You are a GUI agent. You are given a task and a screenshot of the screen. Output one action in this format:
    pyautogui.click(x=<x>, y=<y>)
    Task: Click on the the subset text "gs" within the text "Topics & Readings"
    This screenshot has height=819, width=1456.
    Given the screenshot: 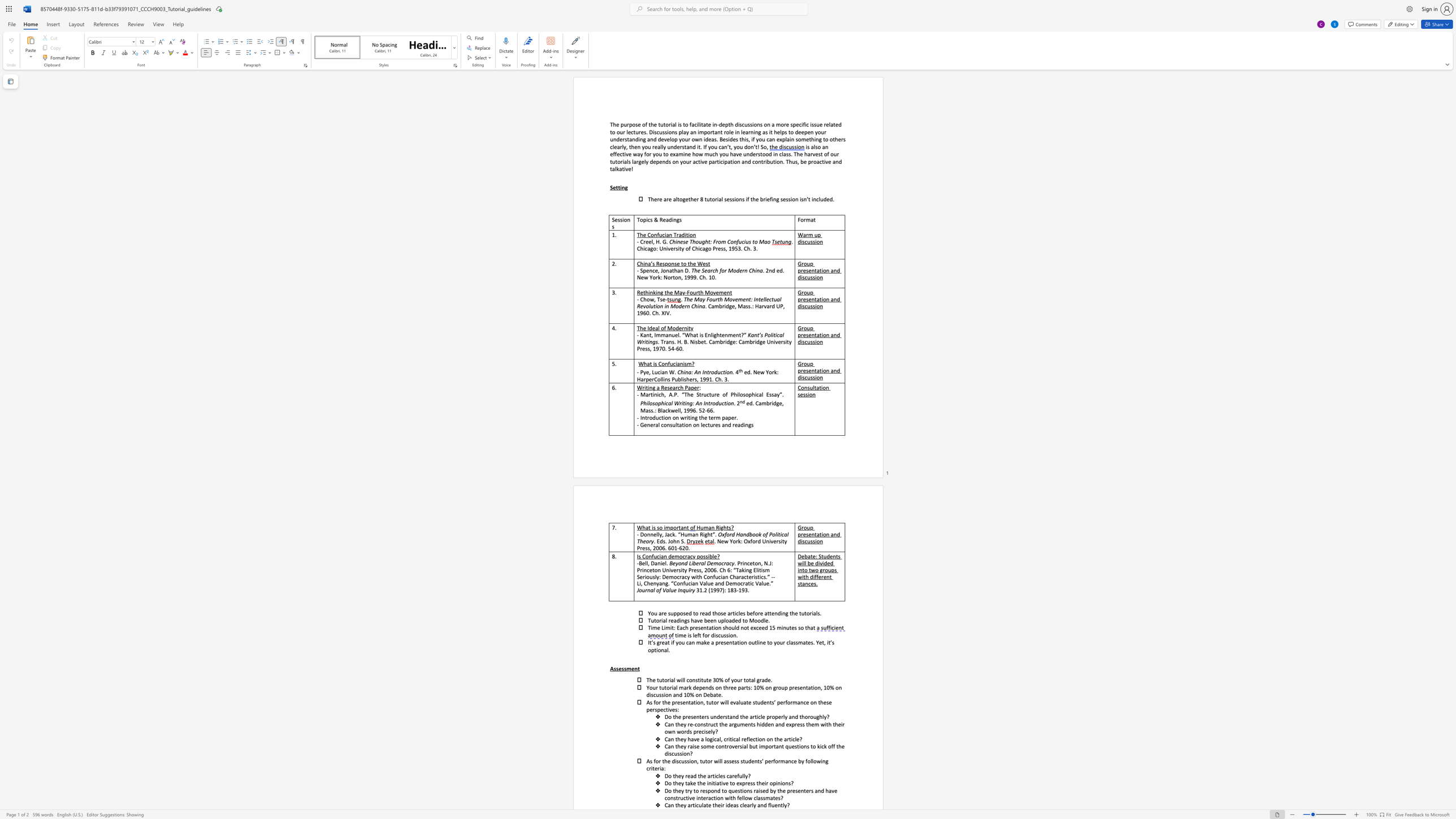 What is the action you would take?
    pyautogui.click(x=676, y=219)
    